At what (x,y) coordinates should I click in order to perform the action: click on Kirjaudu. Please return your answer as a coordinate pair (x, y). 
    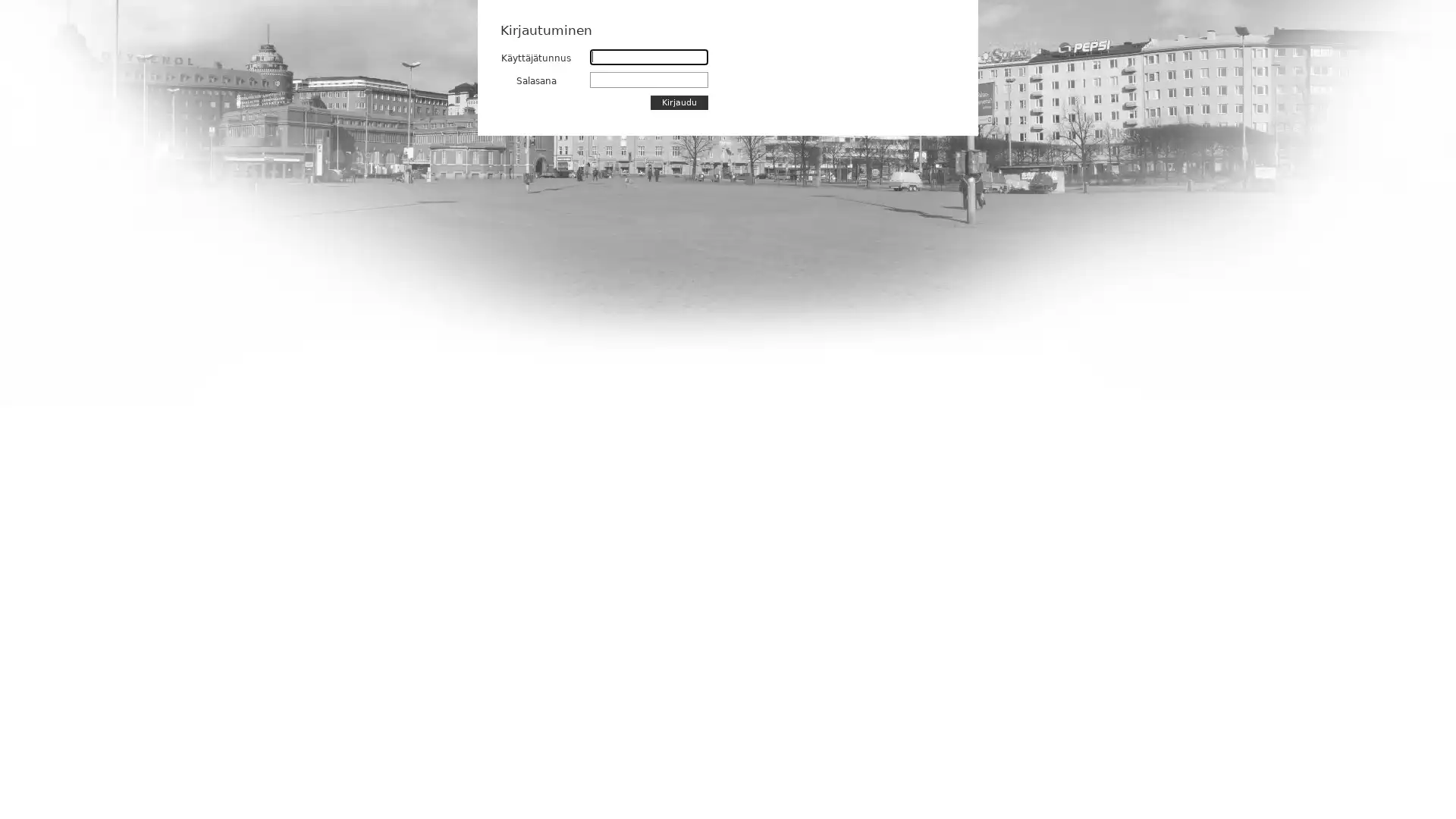
    Looking at the image, I should click on (679, 102).